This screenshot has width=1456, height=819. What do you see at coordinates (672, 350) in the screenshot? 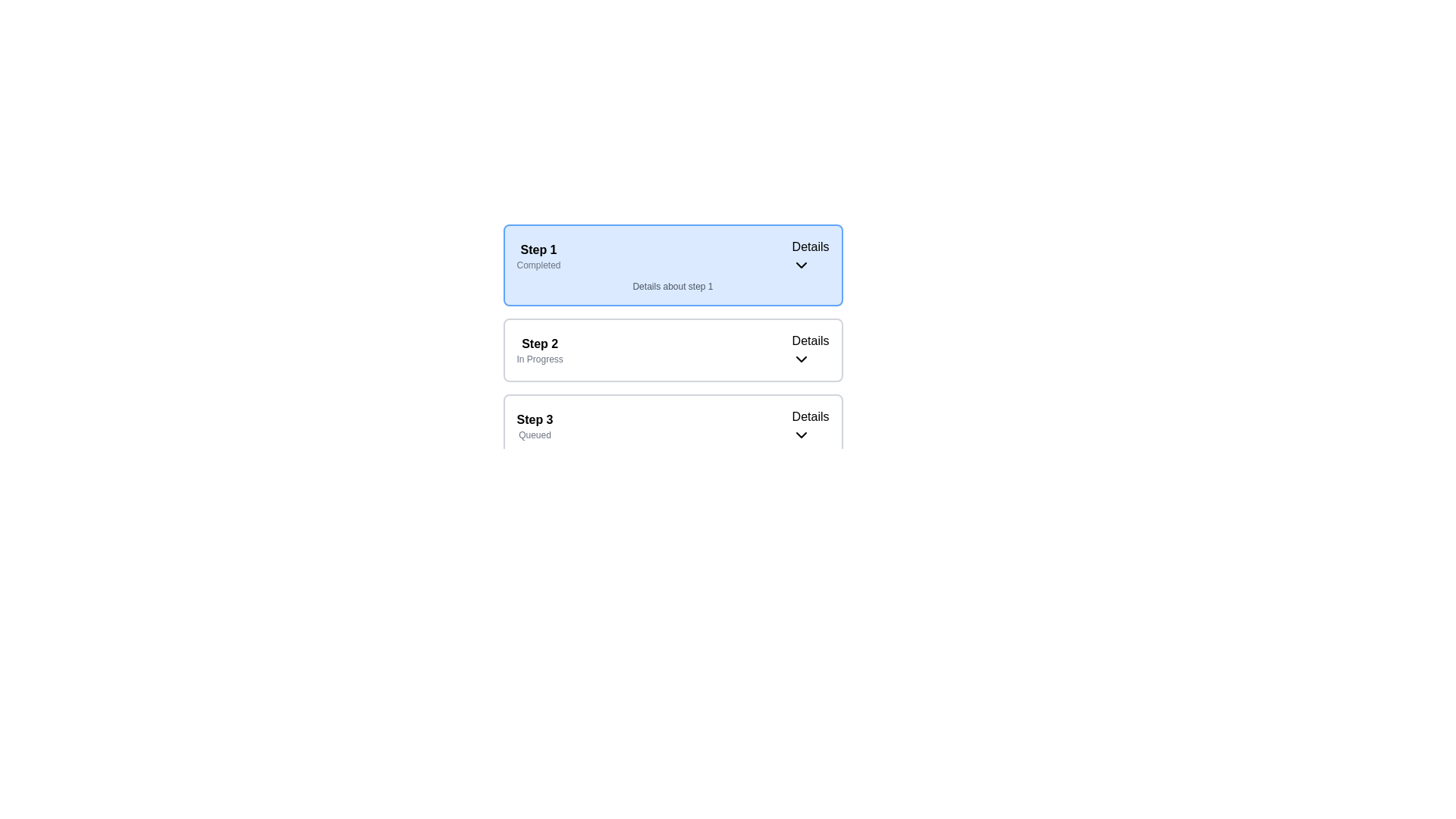
I see `the Interactive card or step indicator representing the second step in the sequence, which is currently 'In Progress,'` at bounding box center [672, 350].